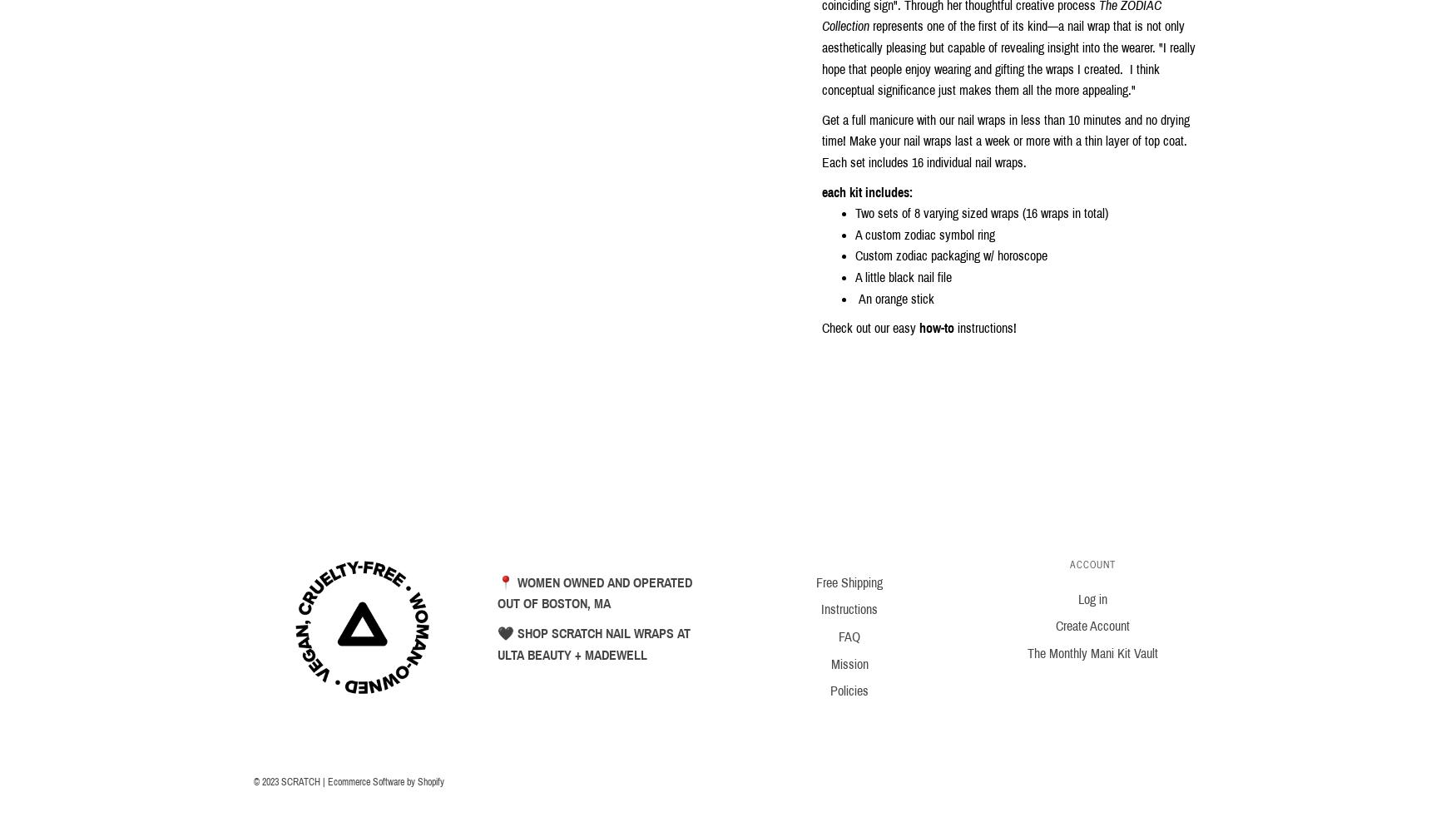  Describe the element at coordinates (1008, 57) in the screenshot. I see `'represents one of the first of its kind—a nail wrap that is not only aesthetically pleasing but capable of revealing insight into the wearer. "I really hope that people enjoy wearing and gifting the wraps I created.  I think conceptual significance just makes them all the more appealing."'` at that location.